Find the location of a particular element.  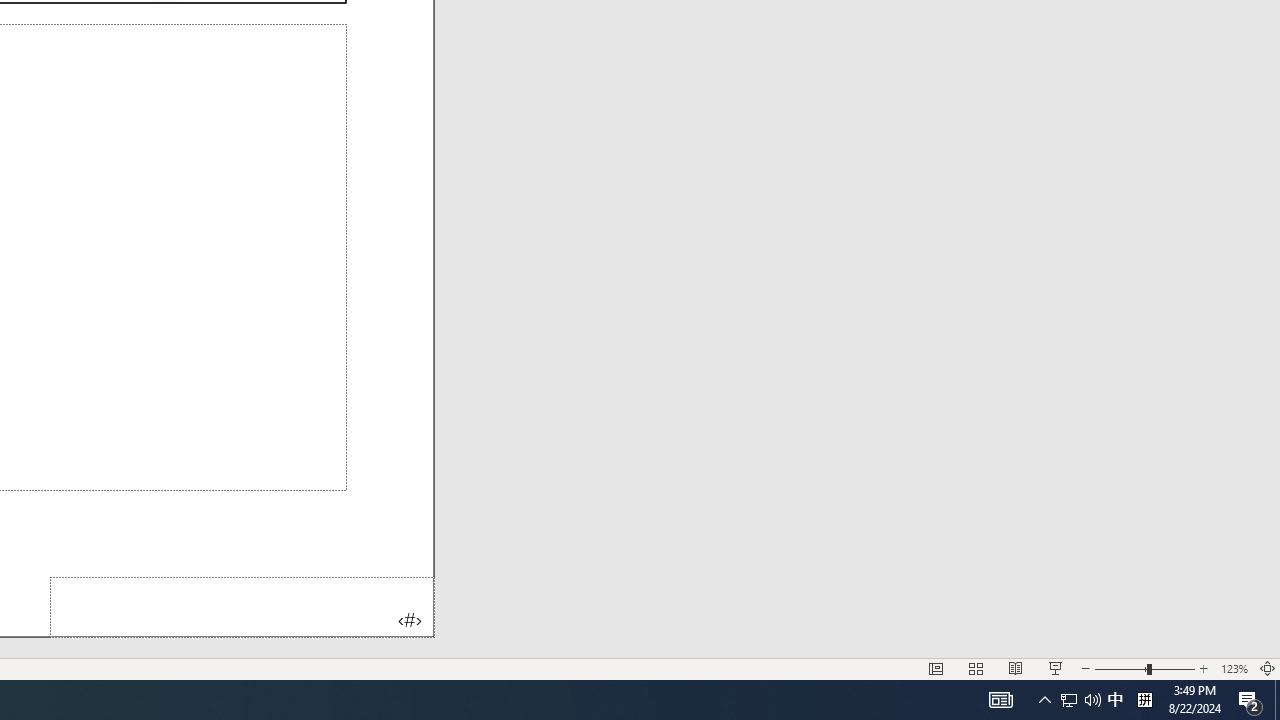

'Zoom 123%' is located at coordinates (1233, 669).